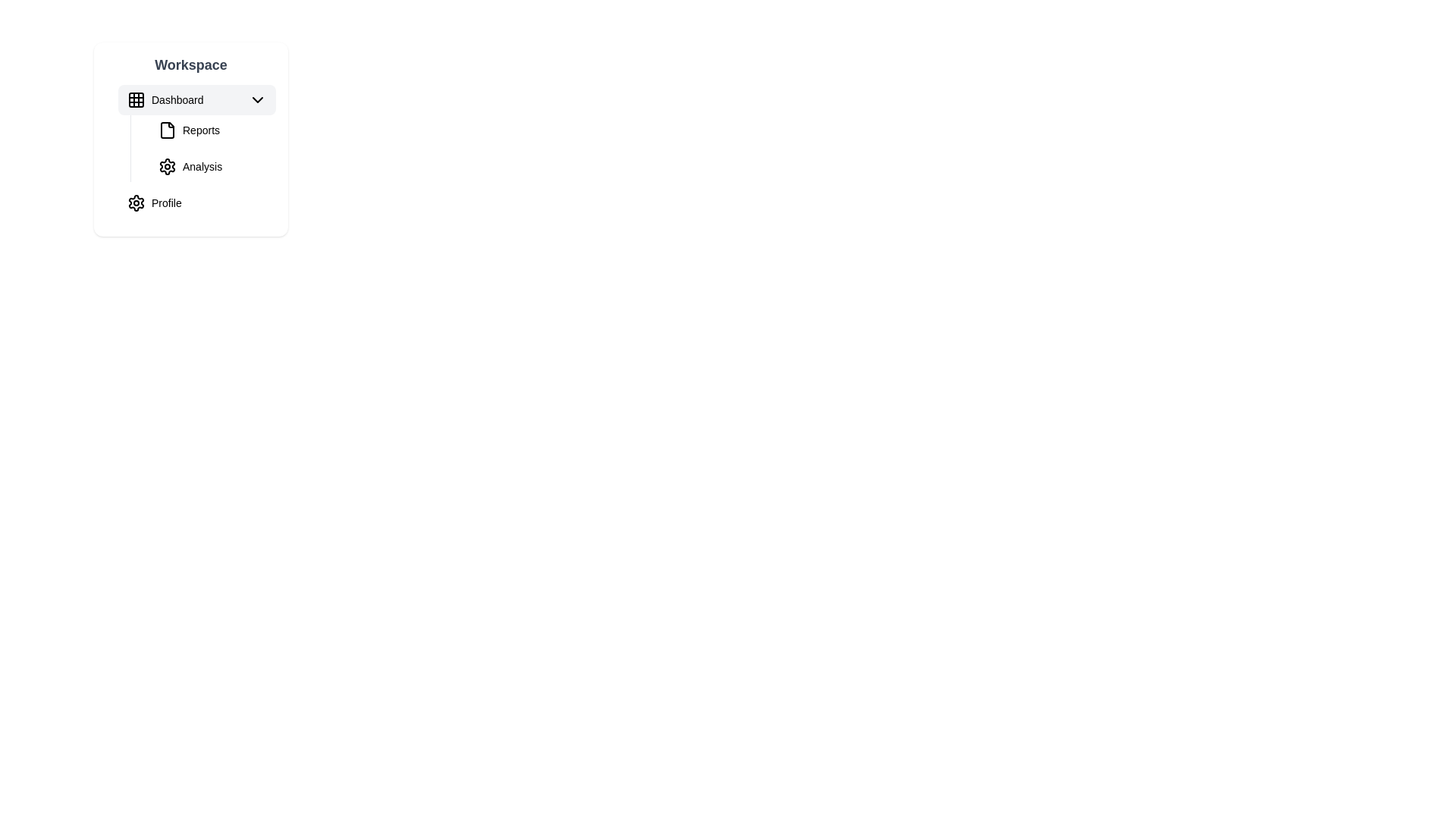  I want to click on the settings icon located at the bottom of the menu structure, which visually represents configuration or settings functionality in the user interface, so click(167, 166).